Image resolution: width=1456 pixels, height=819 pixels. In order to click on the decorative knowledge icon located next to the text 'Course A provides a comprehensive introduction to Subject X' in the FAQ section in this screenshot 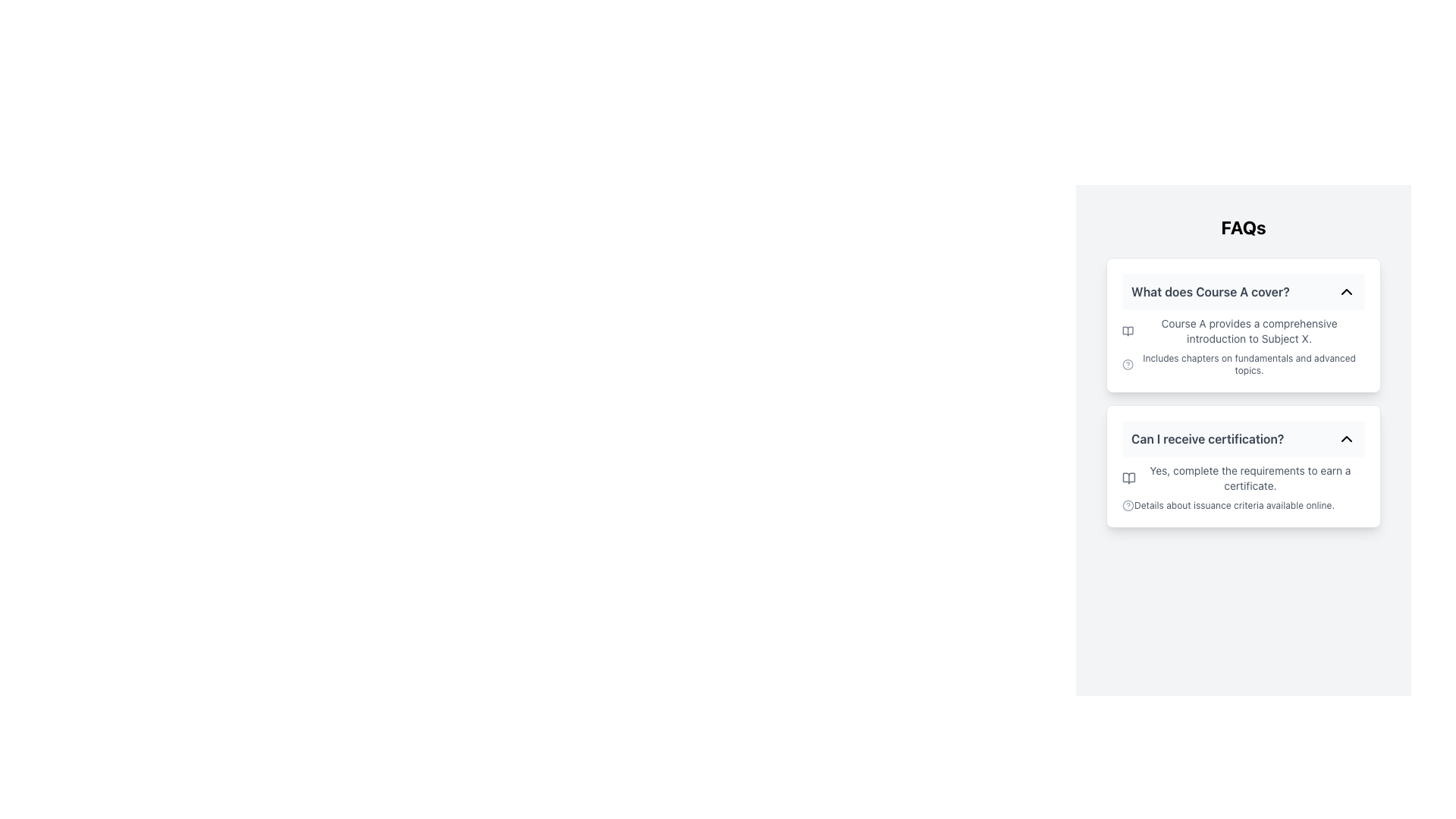, I will do `click(1128, 330)`.